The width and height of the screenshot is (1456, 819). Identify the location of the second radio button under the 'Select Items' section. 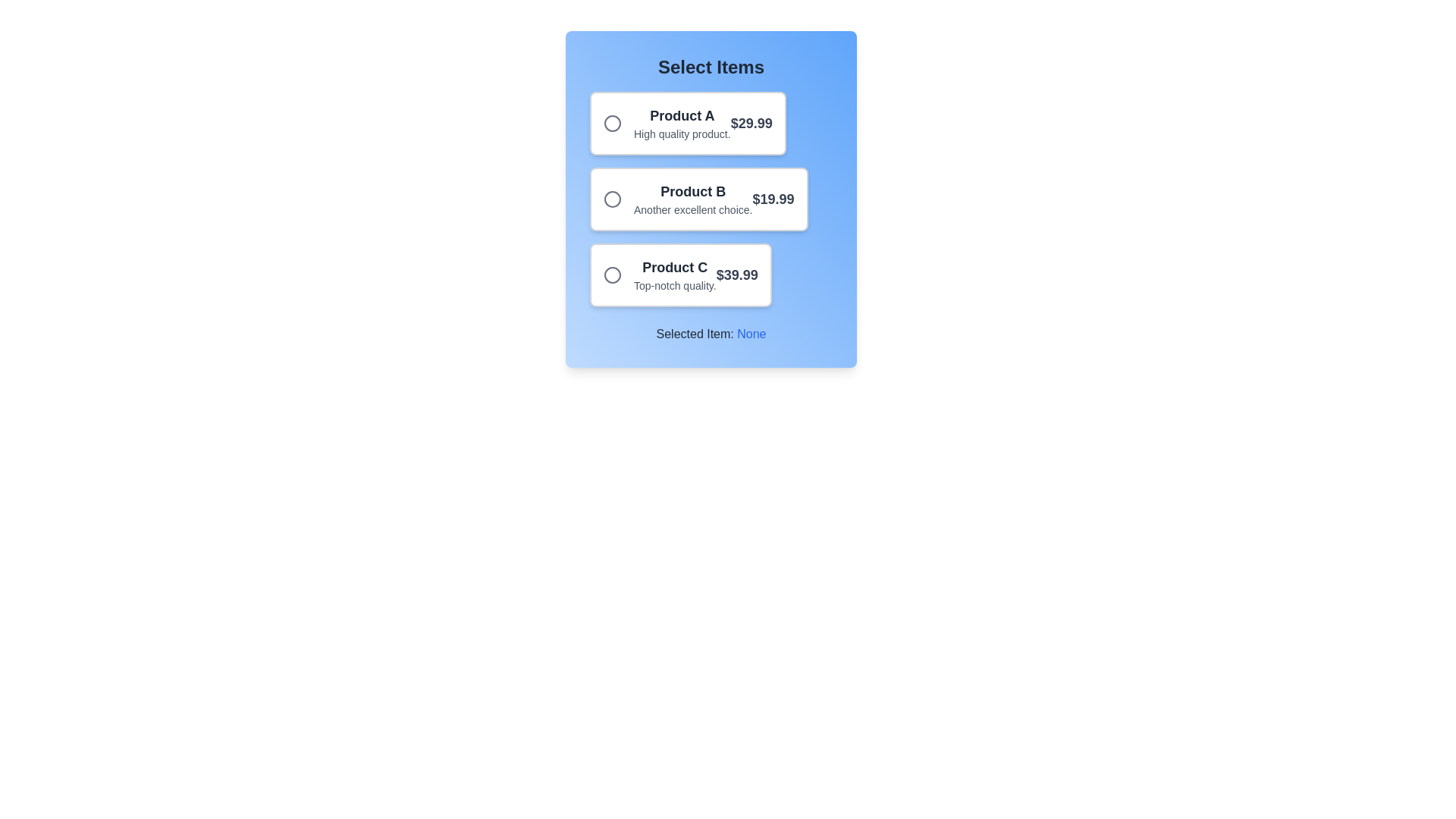
(612, 198).